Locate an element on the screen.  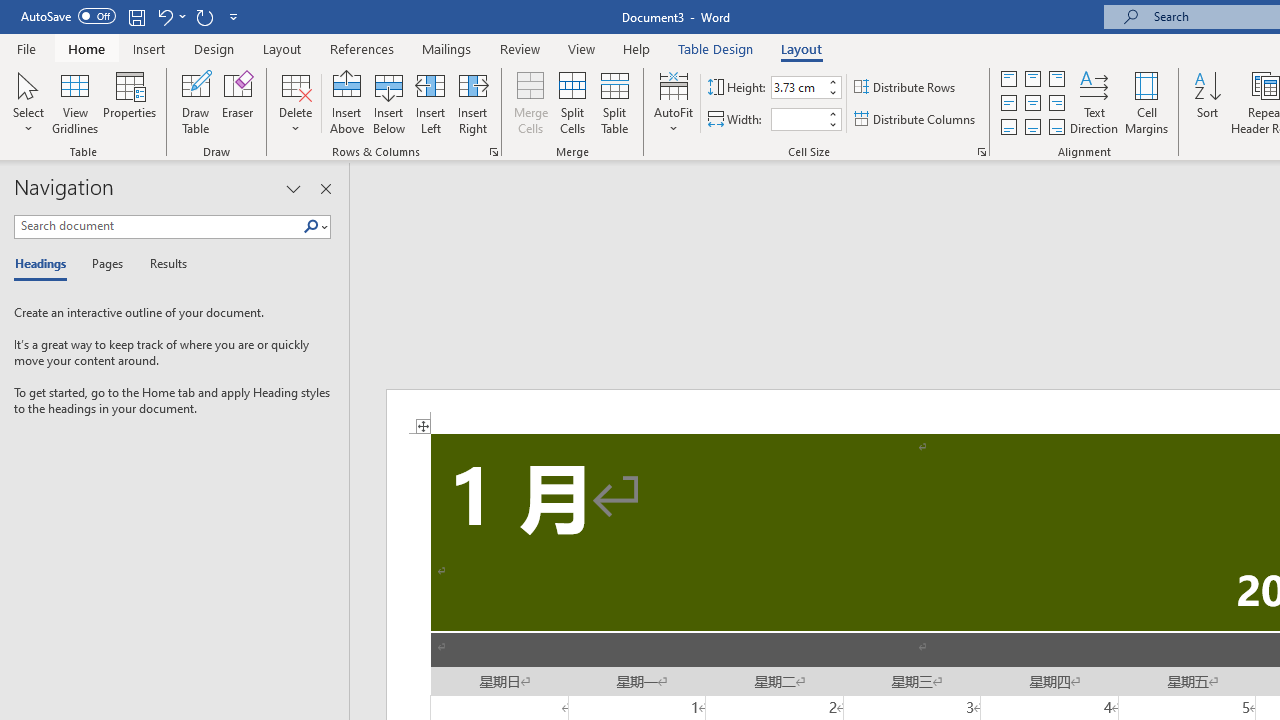
'Delete' is located at coordinates (295, 103).